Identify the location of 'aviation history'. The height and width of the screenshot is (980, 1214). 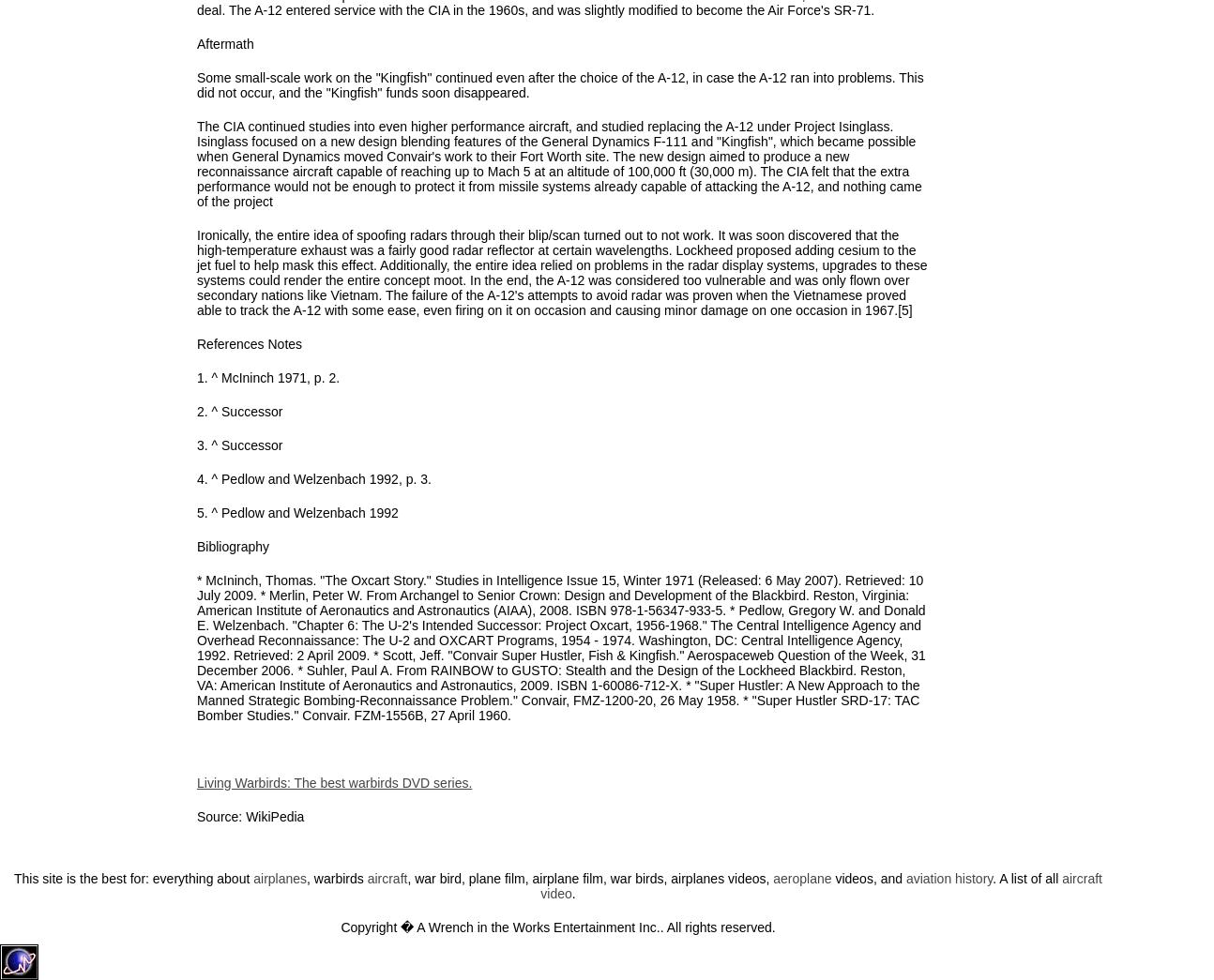
(903, 878).